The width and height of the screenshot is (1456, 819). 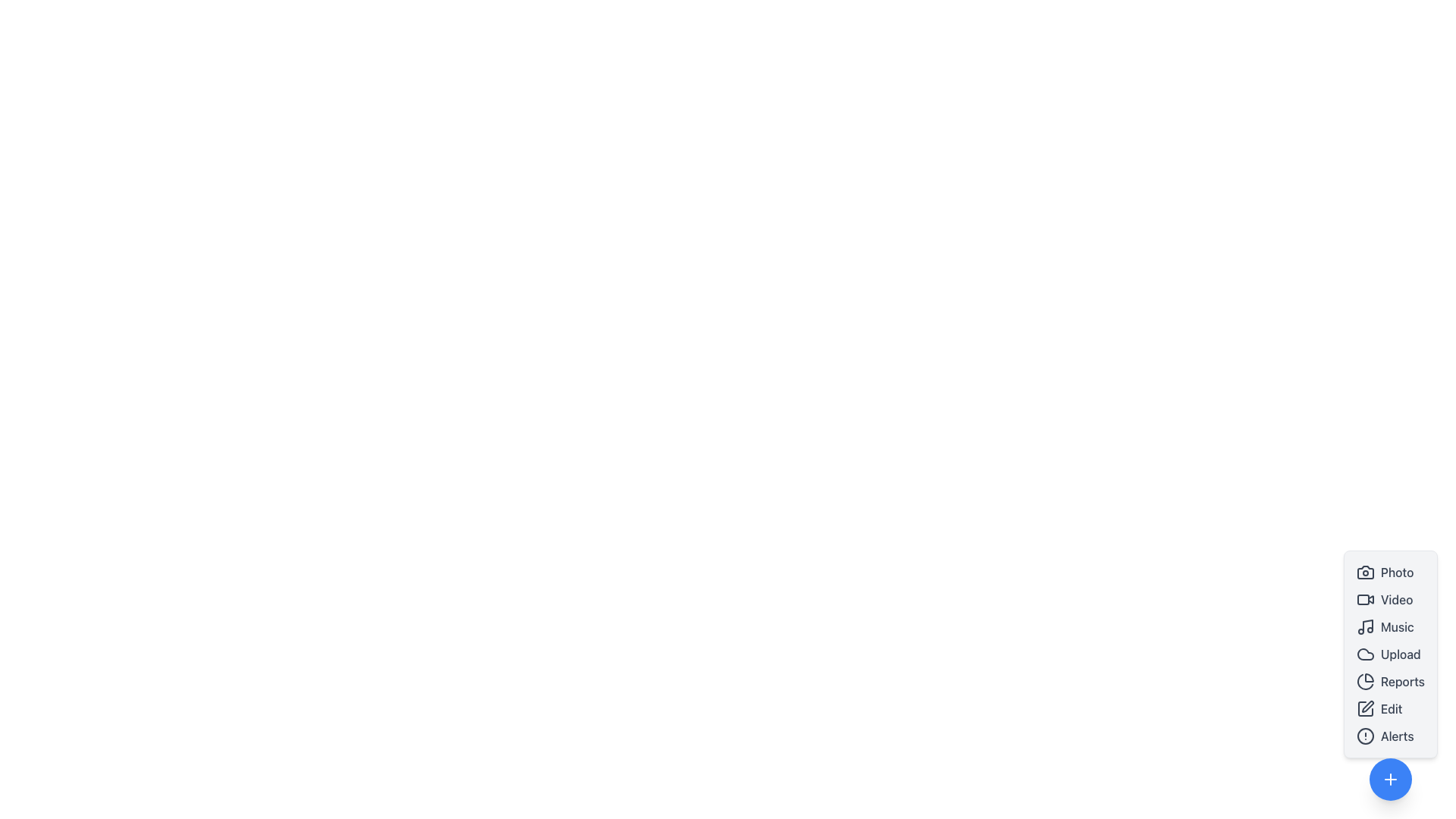 What do you see at coordinates (1365, 736) in the screenshot?
I see `the SVG Circle representing the key notification aspect in the alert icon located at the bottom-right corner of the interface` at bounding box center [1365, 736].